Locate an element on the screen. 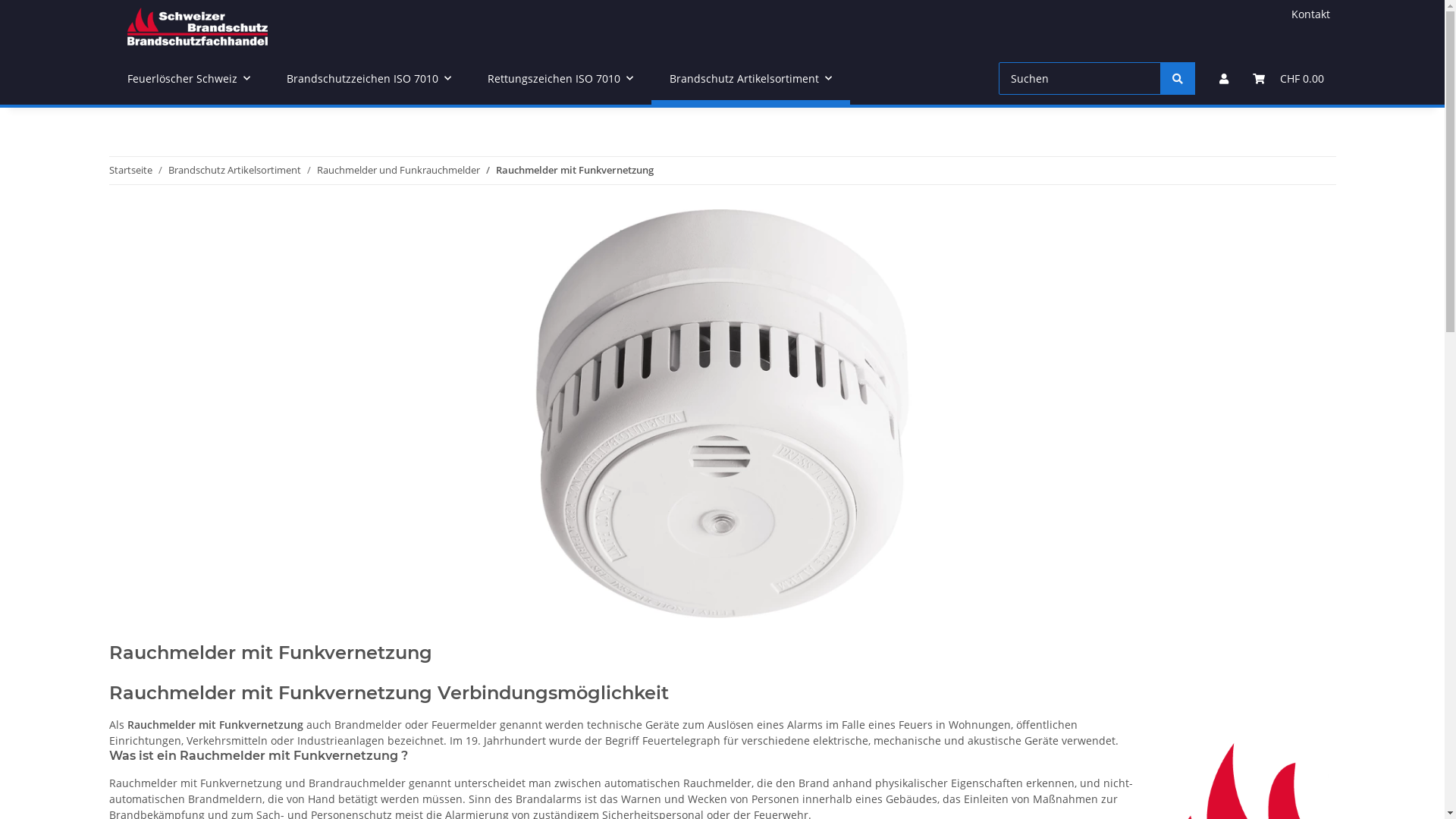 The width and height of the screenshot is (1456, 819). 'Brandschutzzeichen ISO 7010' is located at coordinates (369, 78).